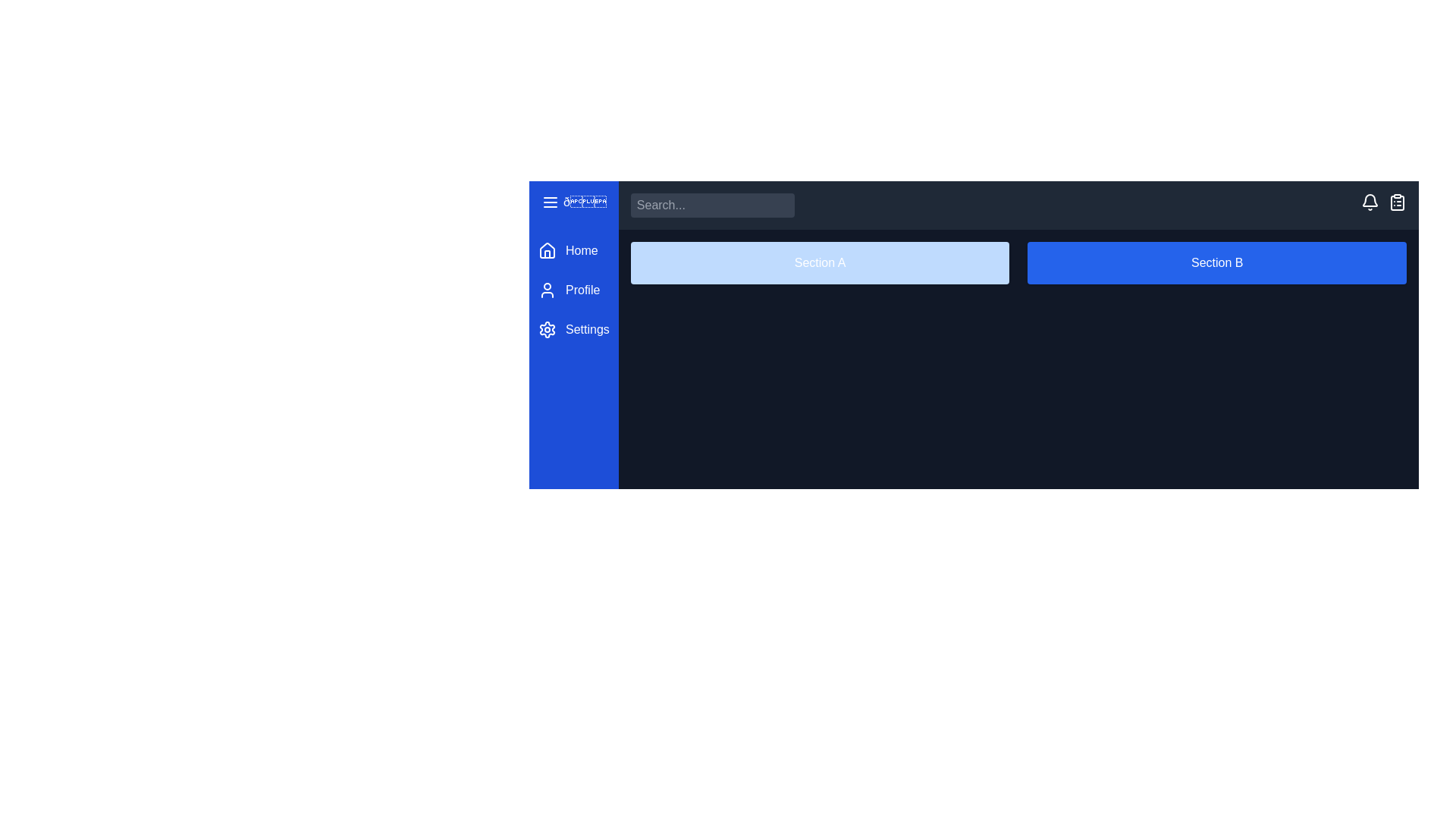  Describe the element at coordinates (586, 329) in the screenshot. I see `the 'Settings' text label in the vertical navigation menu` at that location.